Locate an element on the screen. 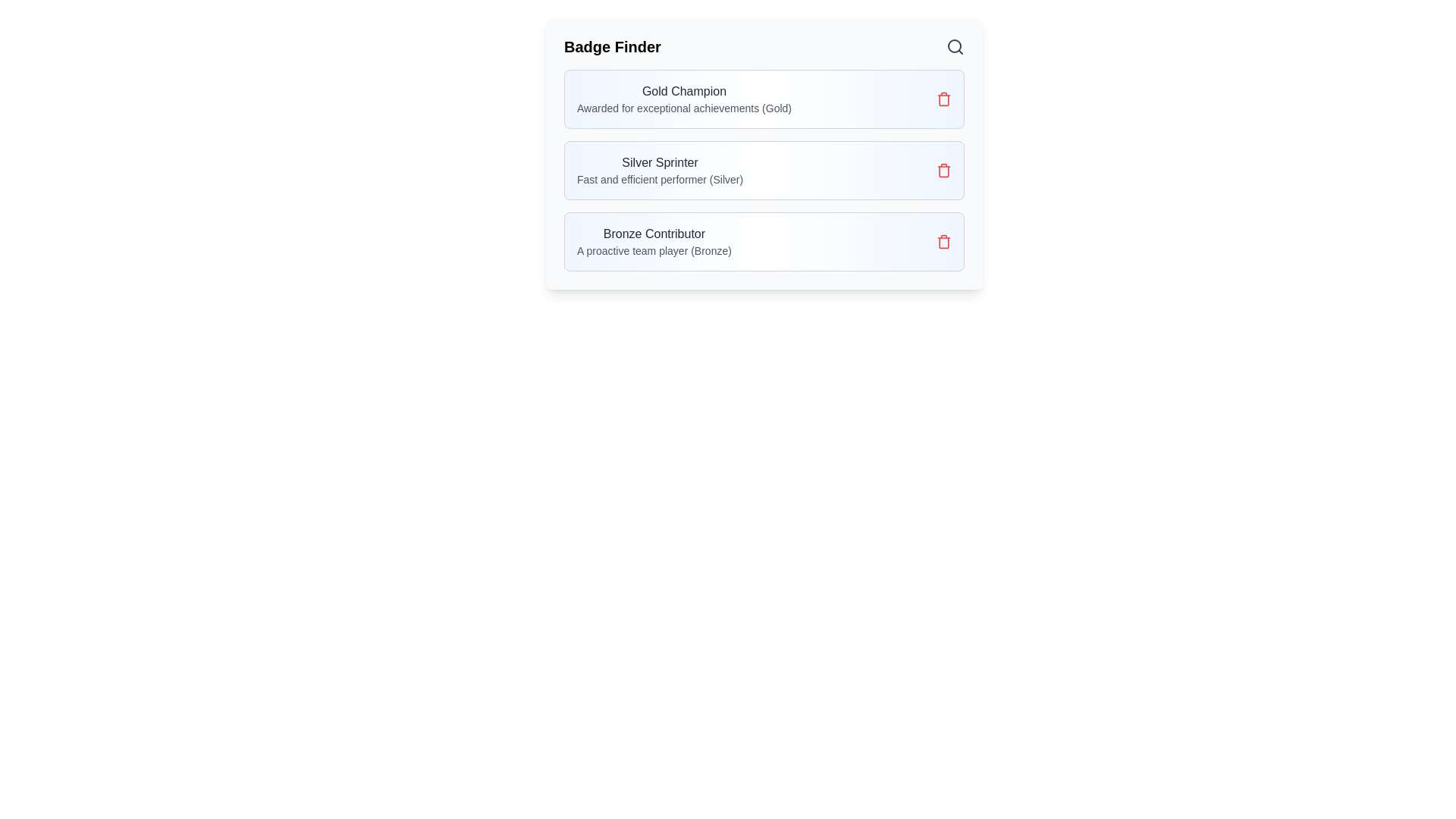 The image size is (1456, 819). the trash bin icon button used for delete actions, located on the far right of the third item in a vertically aligned list under the 'Bronze Contributor' label, to prepare for keyboard interactions is located at coordinates (943, 242).